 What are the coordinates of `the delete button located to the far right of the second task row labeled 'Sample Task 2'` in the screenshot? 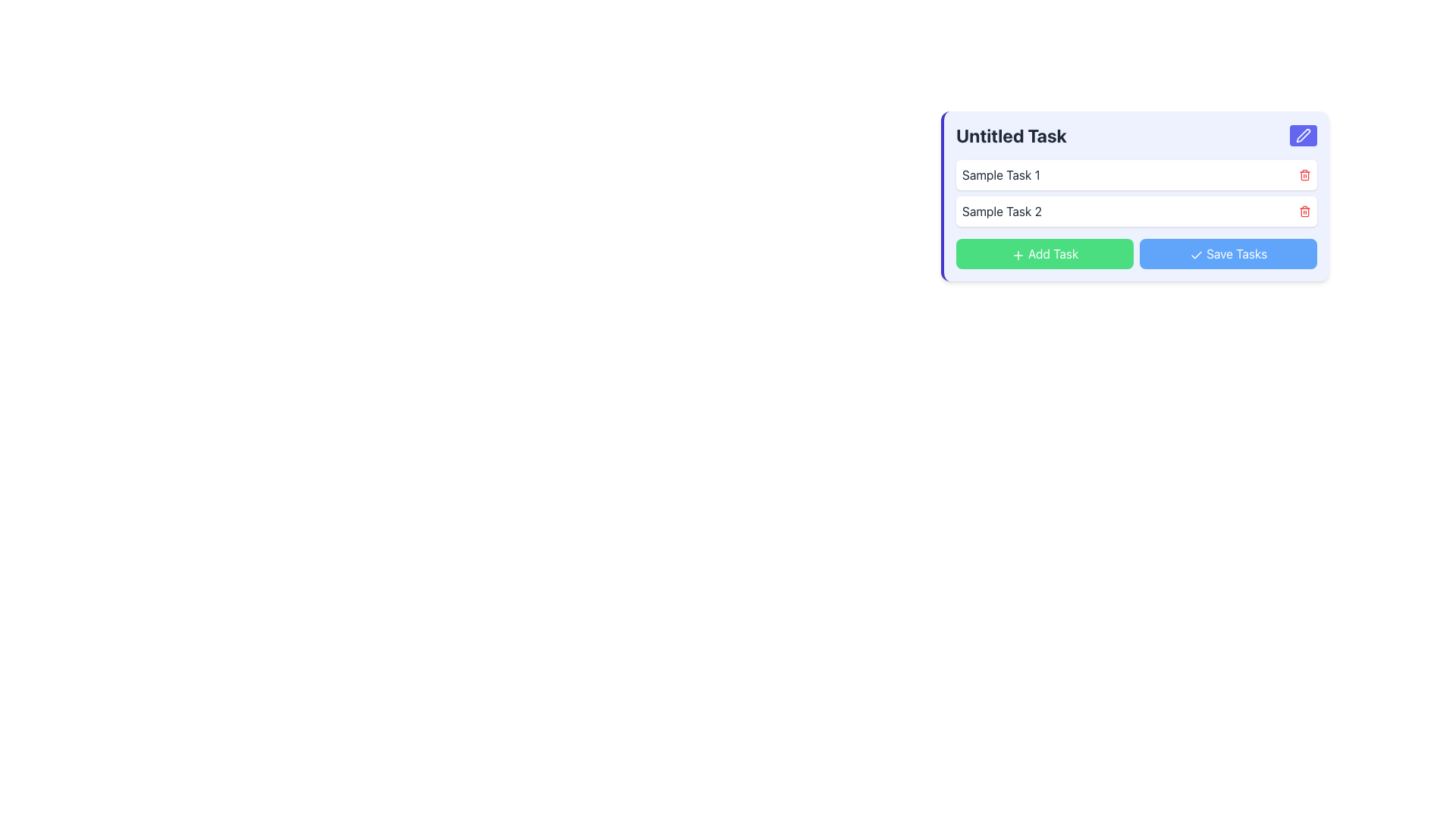 It's located at (1304, 211).